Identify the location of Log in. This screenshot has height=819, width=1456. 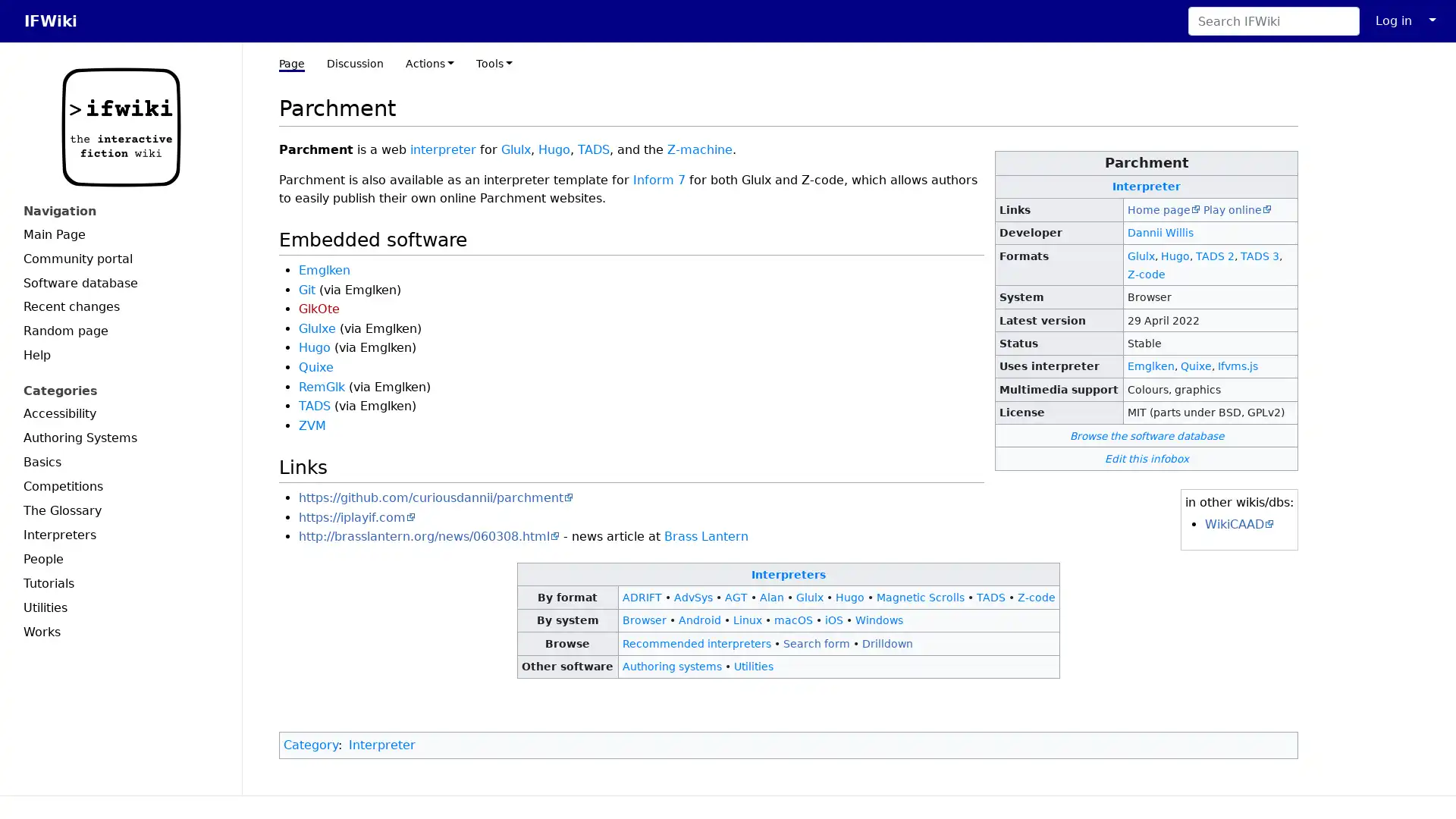
(1394, 20).